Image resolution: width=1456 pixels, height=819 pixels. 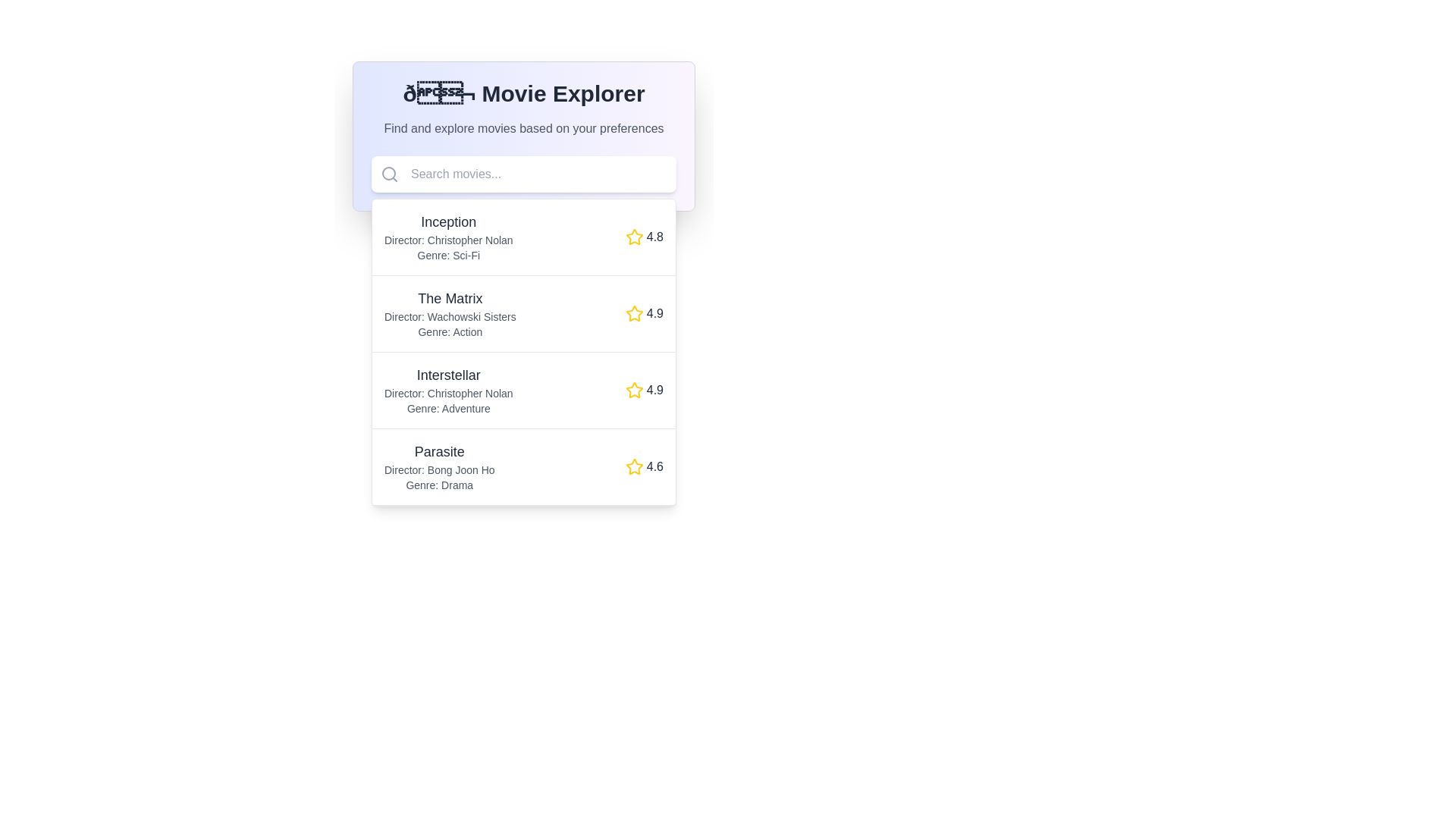 I want to click on the text label displaying the rating '4.8' next to the yellow star icon in the 'Inception' row of the movie list, so click(x=654, y=237).